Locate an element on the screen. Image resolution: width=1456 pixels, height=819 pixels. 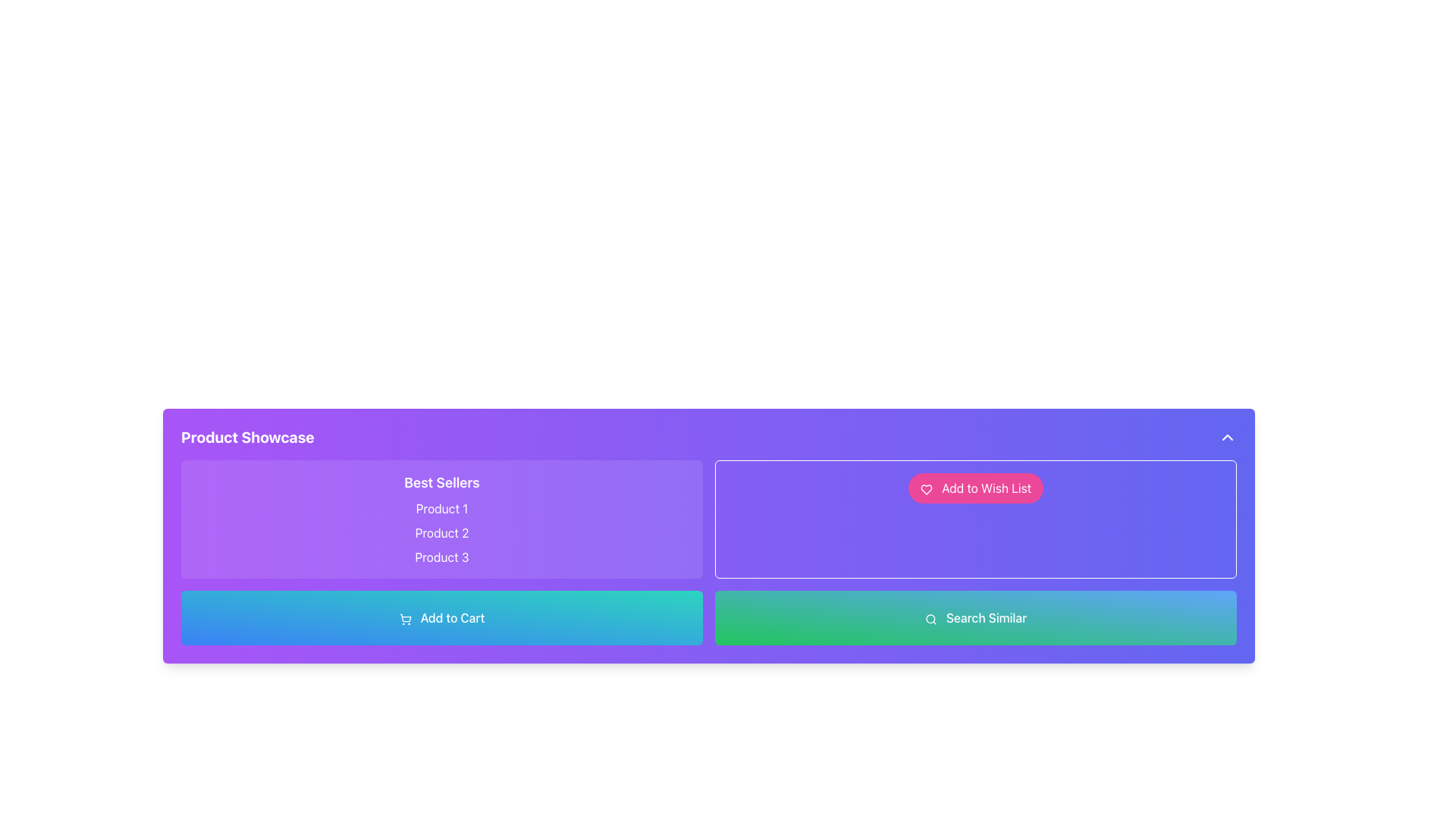
information displayed in the 'Best Sellers' informational listing, which features a bold title and a vertical listing of products is located at coordinates (441, 519).